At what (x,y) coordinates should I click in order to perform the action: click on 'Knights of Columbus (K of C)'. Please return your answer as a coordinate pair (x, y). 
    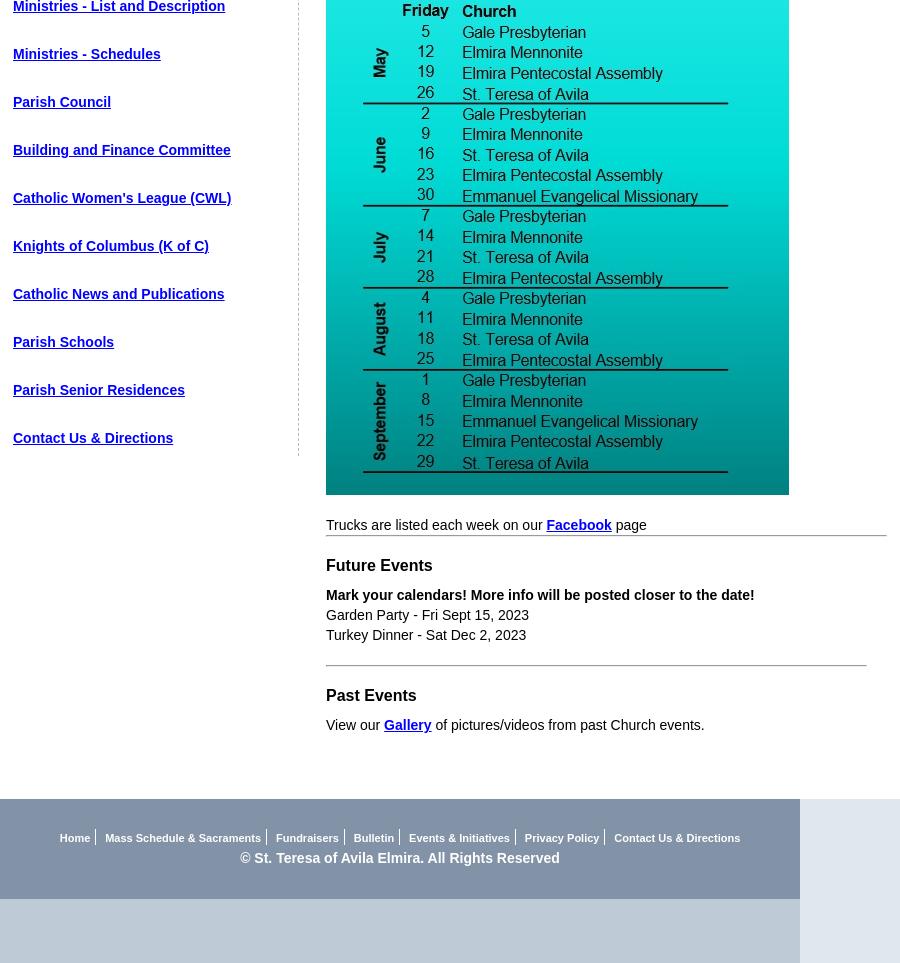
    Looking at the image, I should click on (109, 246).